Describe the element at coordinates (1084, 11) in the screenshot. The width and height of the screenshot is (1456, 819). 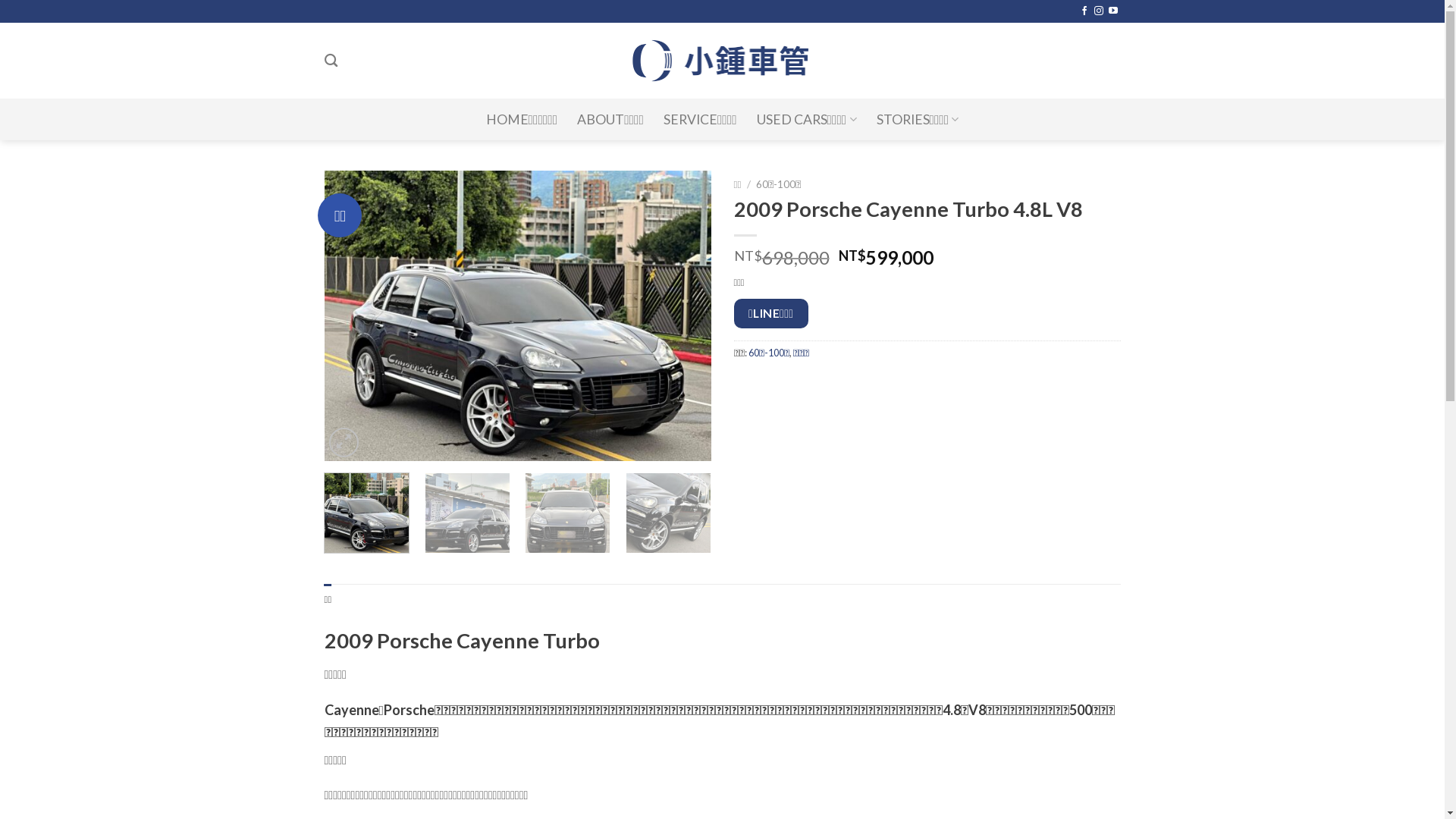
I see `'Follow on Facebook'` at that location.